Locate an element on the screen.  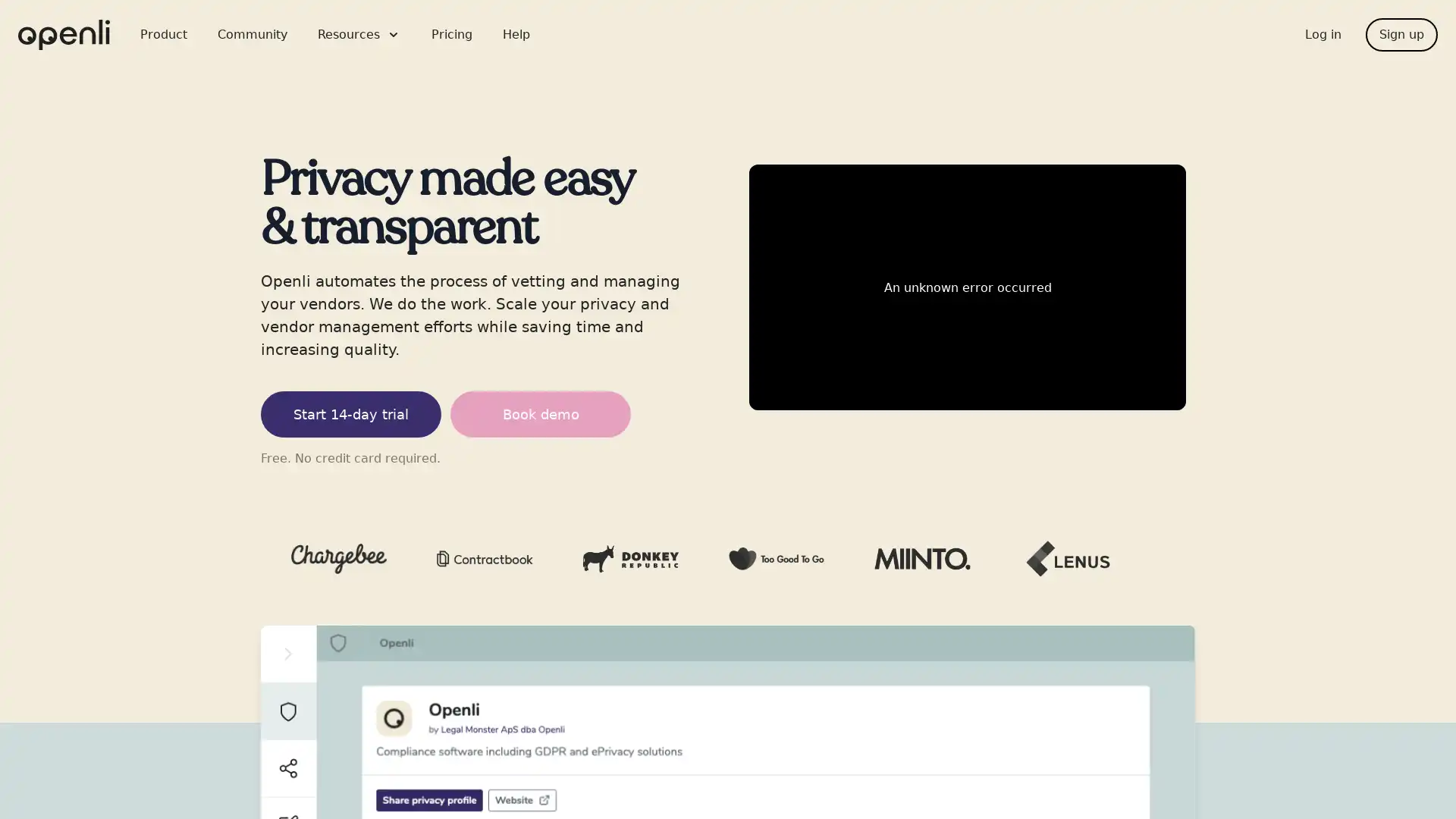
Accept all is located at coordinates (827, 535).